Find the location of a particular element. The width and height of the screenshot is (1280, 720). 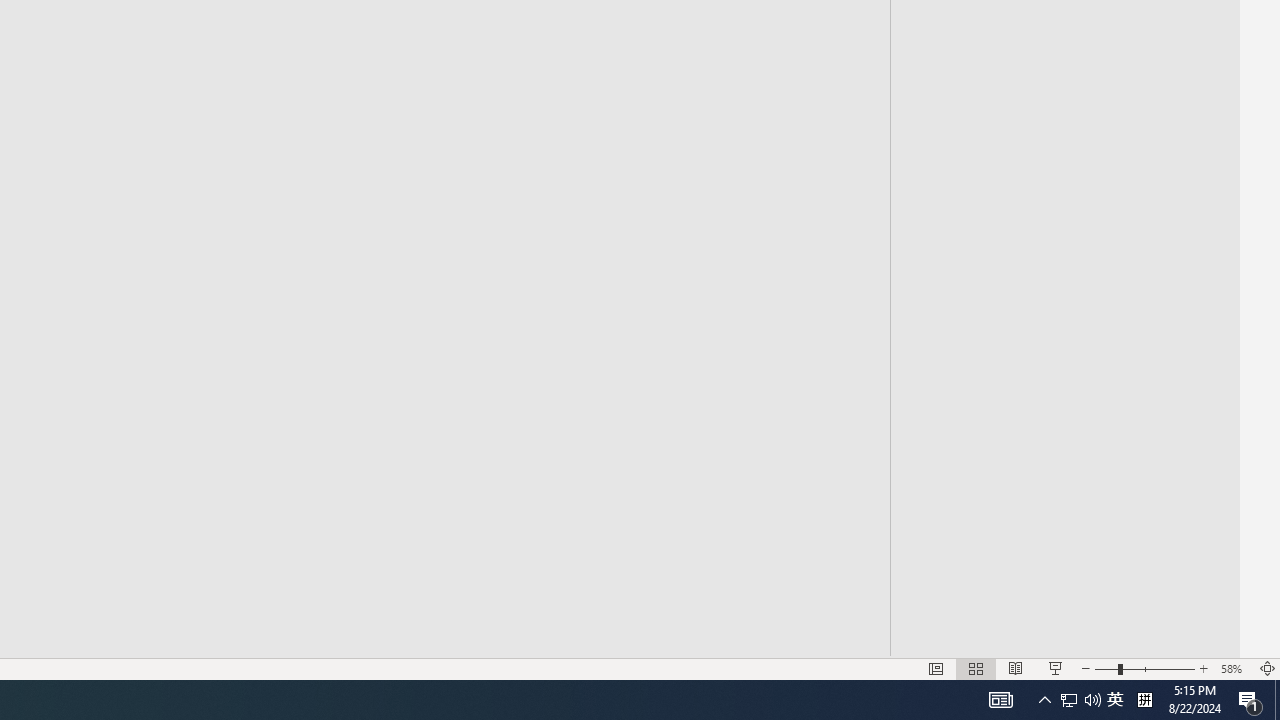

'Zoom' is located at coordinates (1144, 669).